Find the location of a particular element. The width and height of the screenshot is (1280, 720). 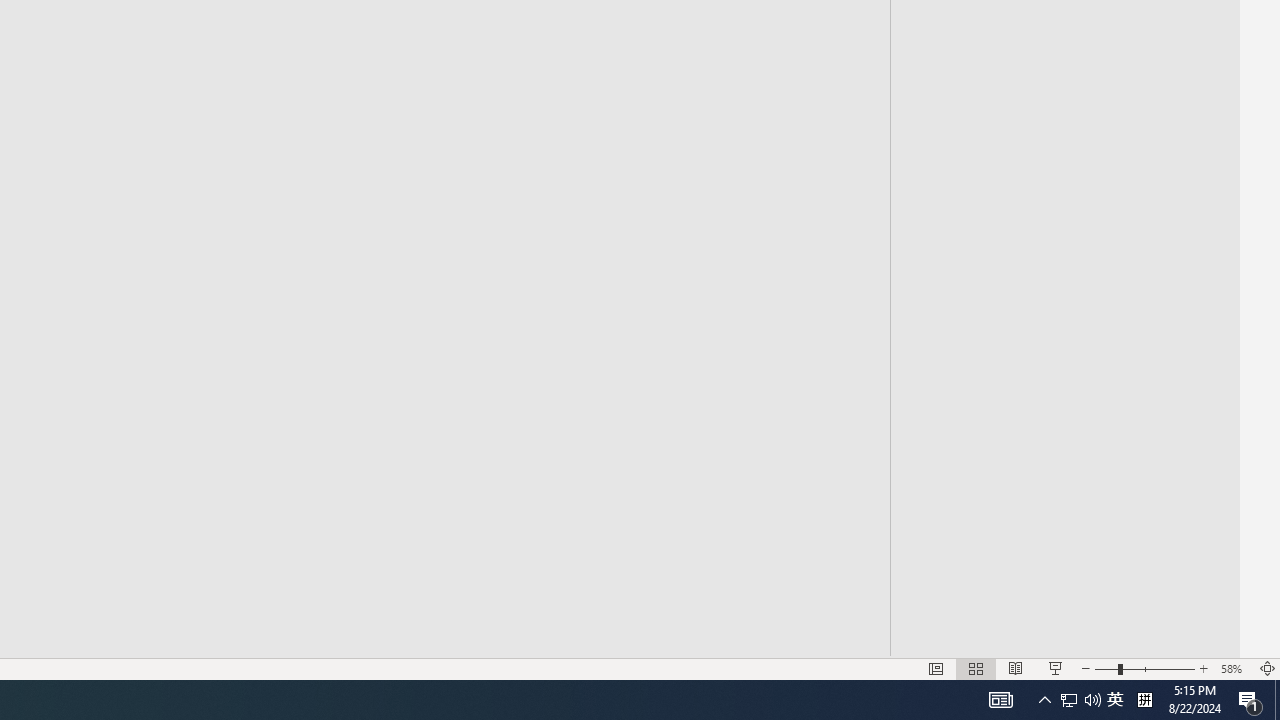

'Zoom' is located at coordinates (1144, 669).